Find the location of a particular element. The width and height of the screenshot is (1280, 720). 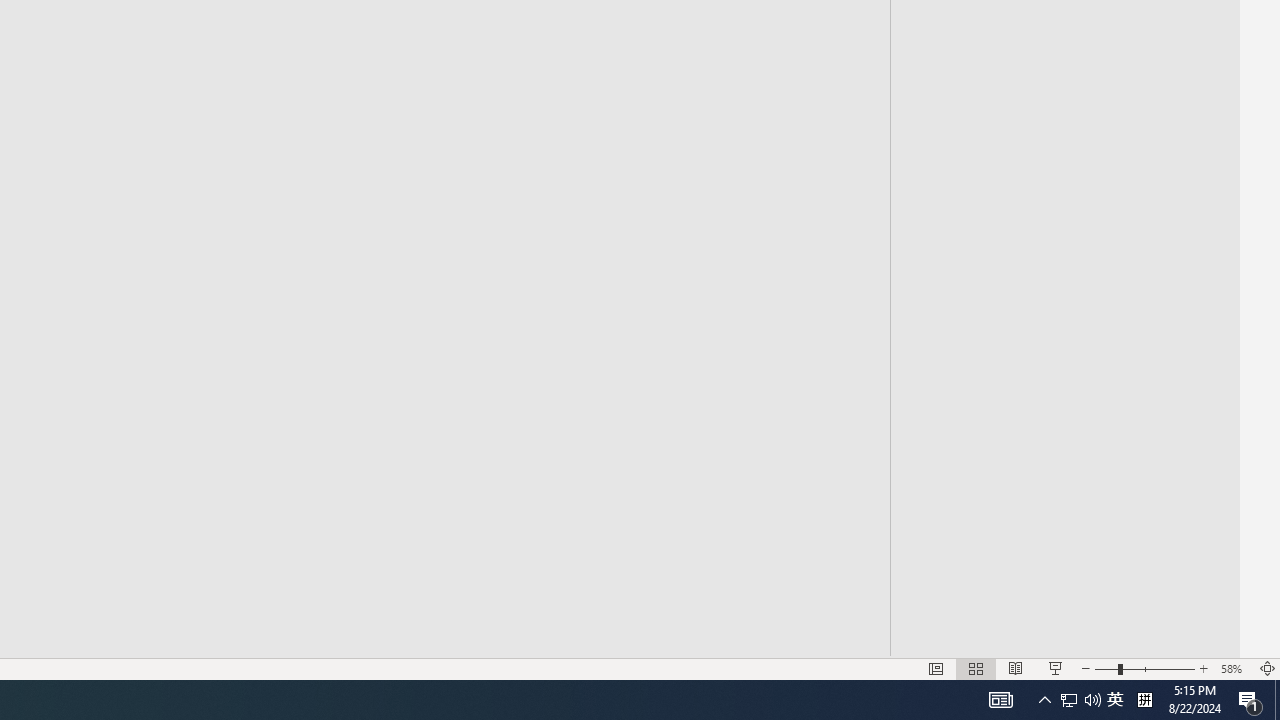

'Zoom' is located at coordinates (1144, 669).